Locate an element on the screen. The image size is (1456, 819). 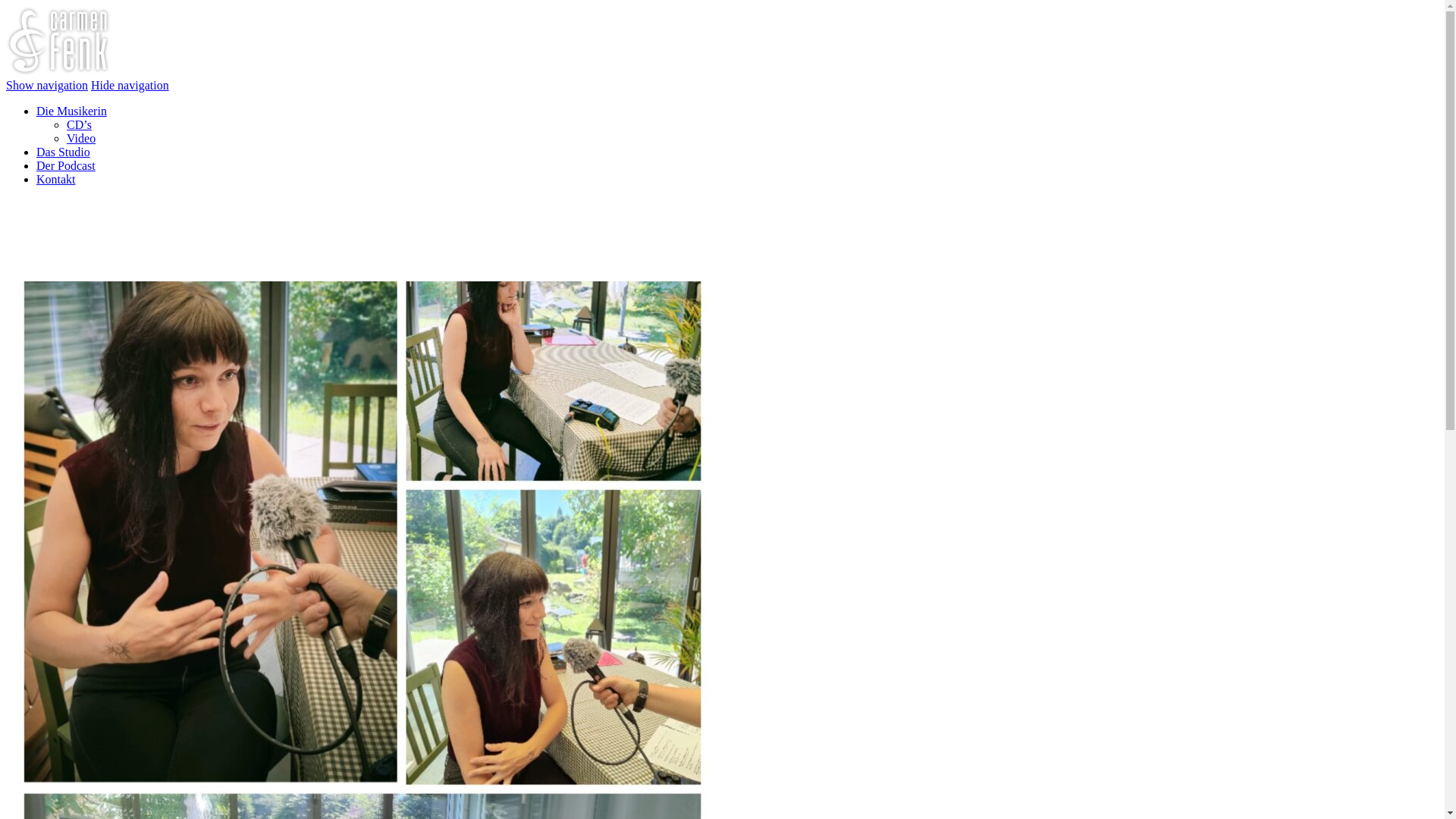
'Carmen Fenk' is located at coordinates (58, 71).